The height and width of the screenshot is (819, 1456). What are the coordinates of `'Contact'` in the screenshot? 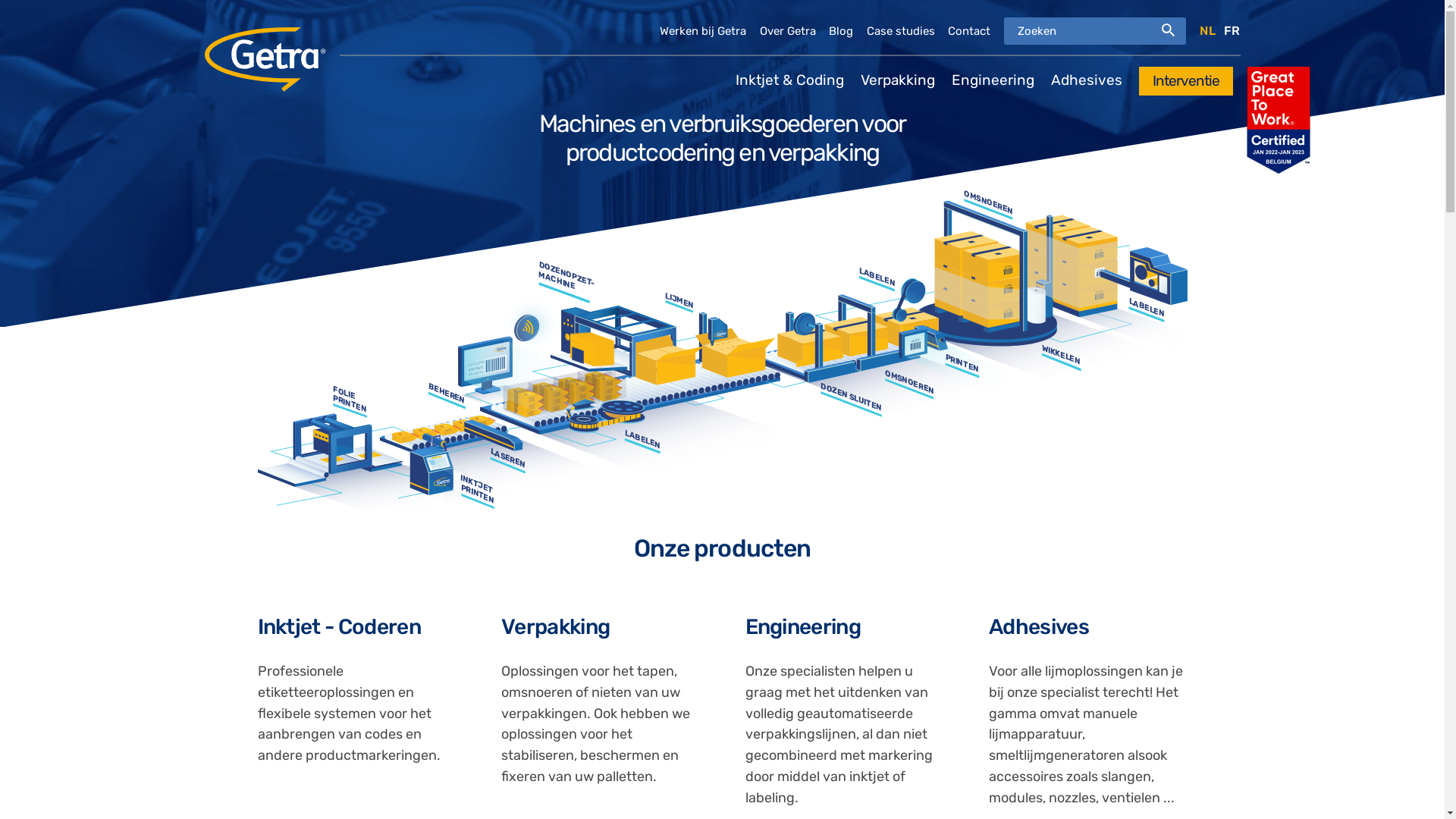 It's located at (968, 31).